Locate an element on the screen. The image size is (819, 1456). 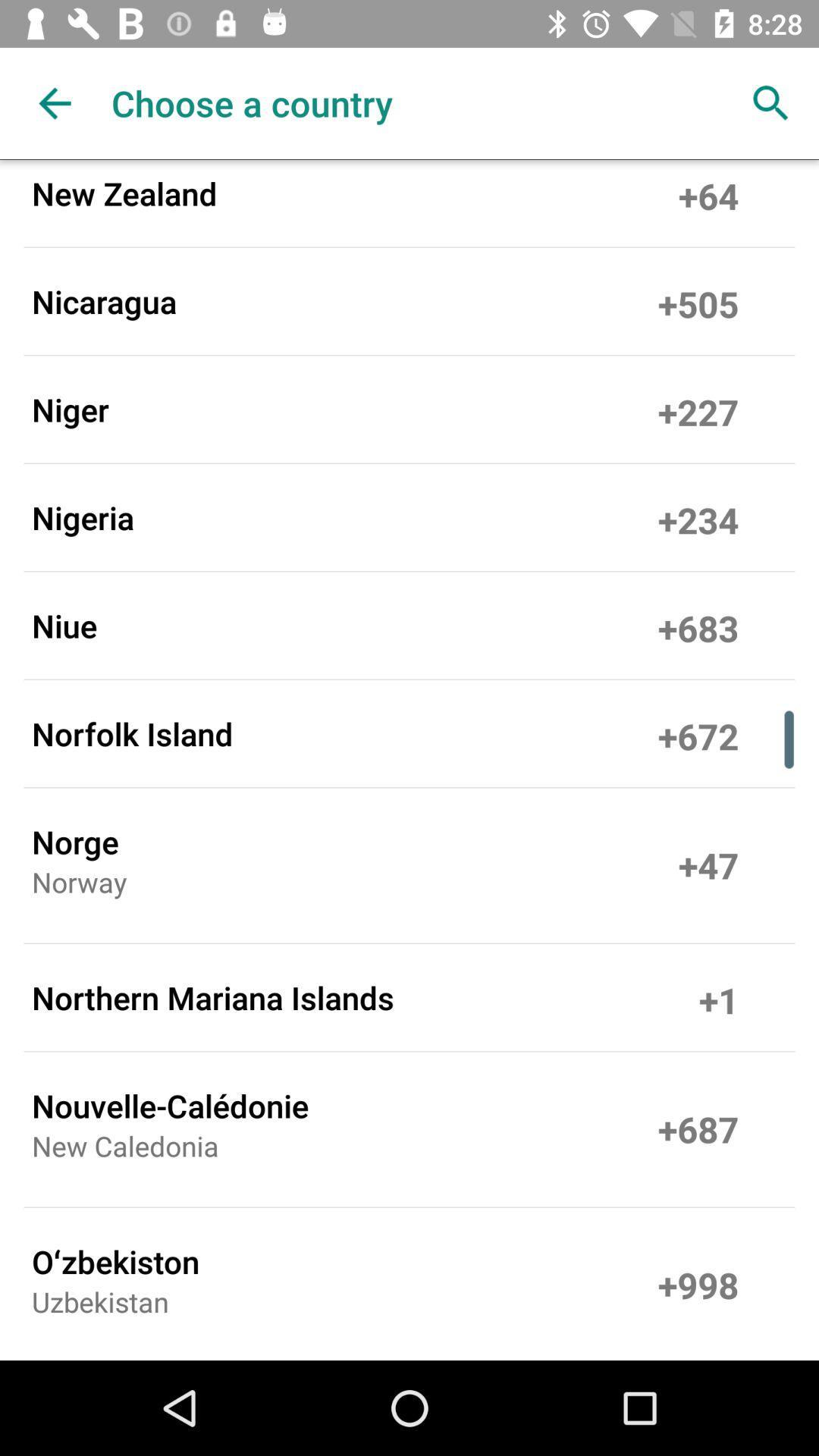
new zealand icon is located at coordinates (124, 192).